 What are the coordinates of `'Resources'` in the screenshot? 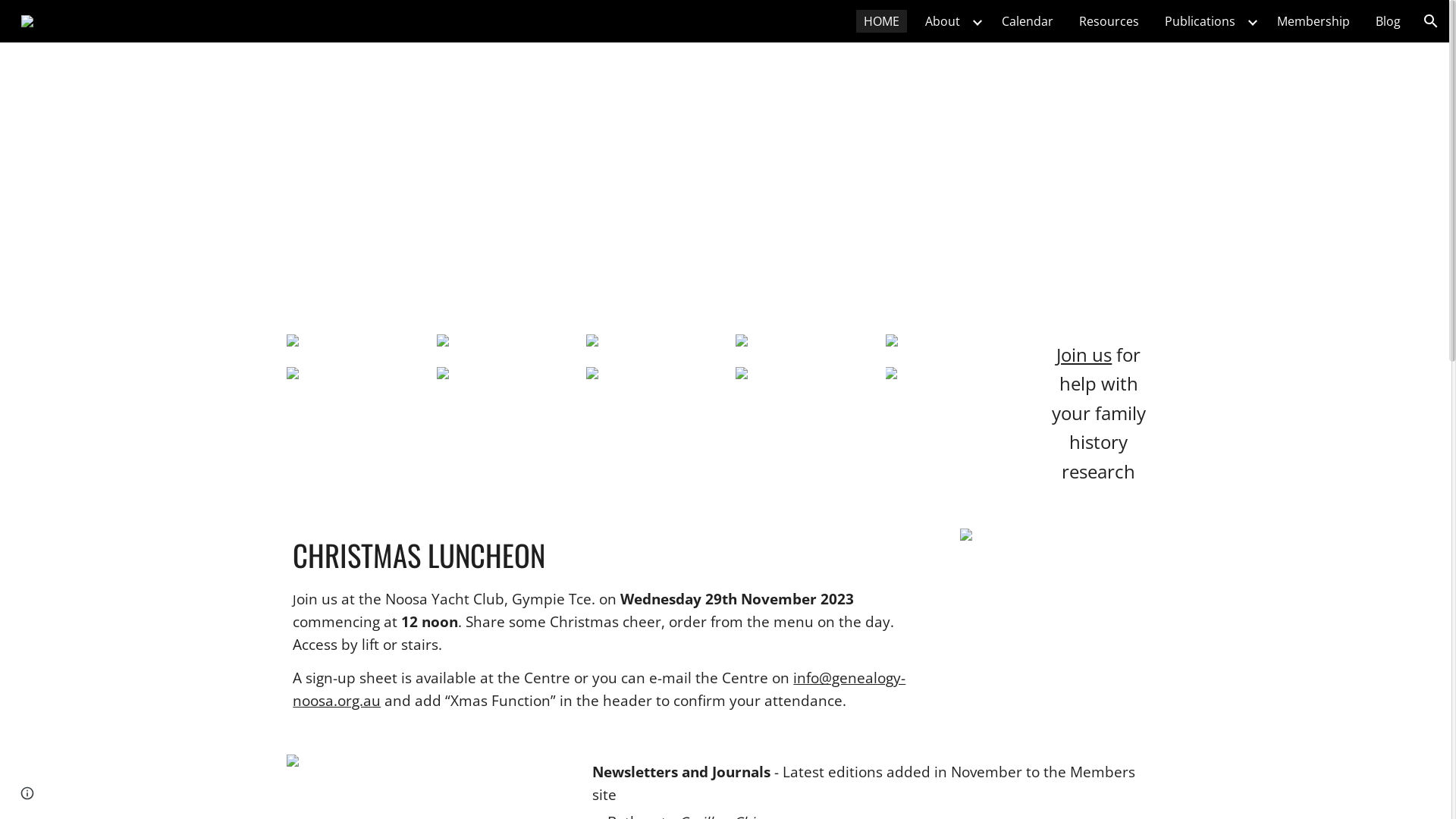 It's located at (1109, 20).